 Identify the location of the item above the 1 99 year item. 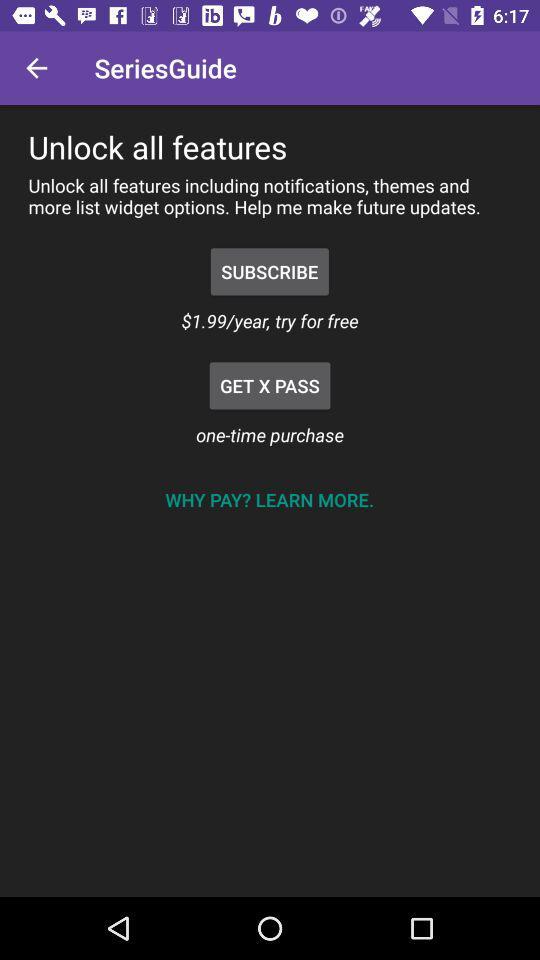
(269, 270).